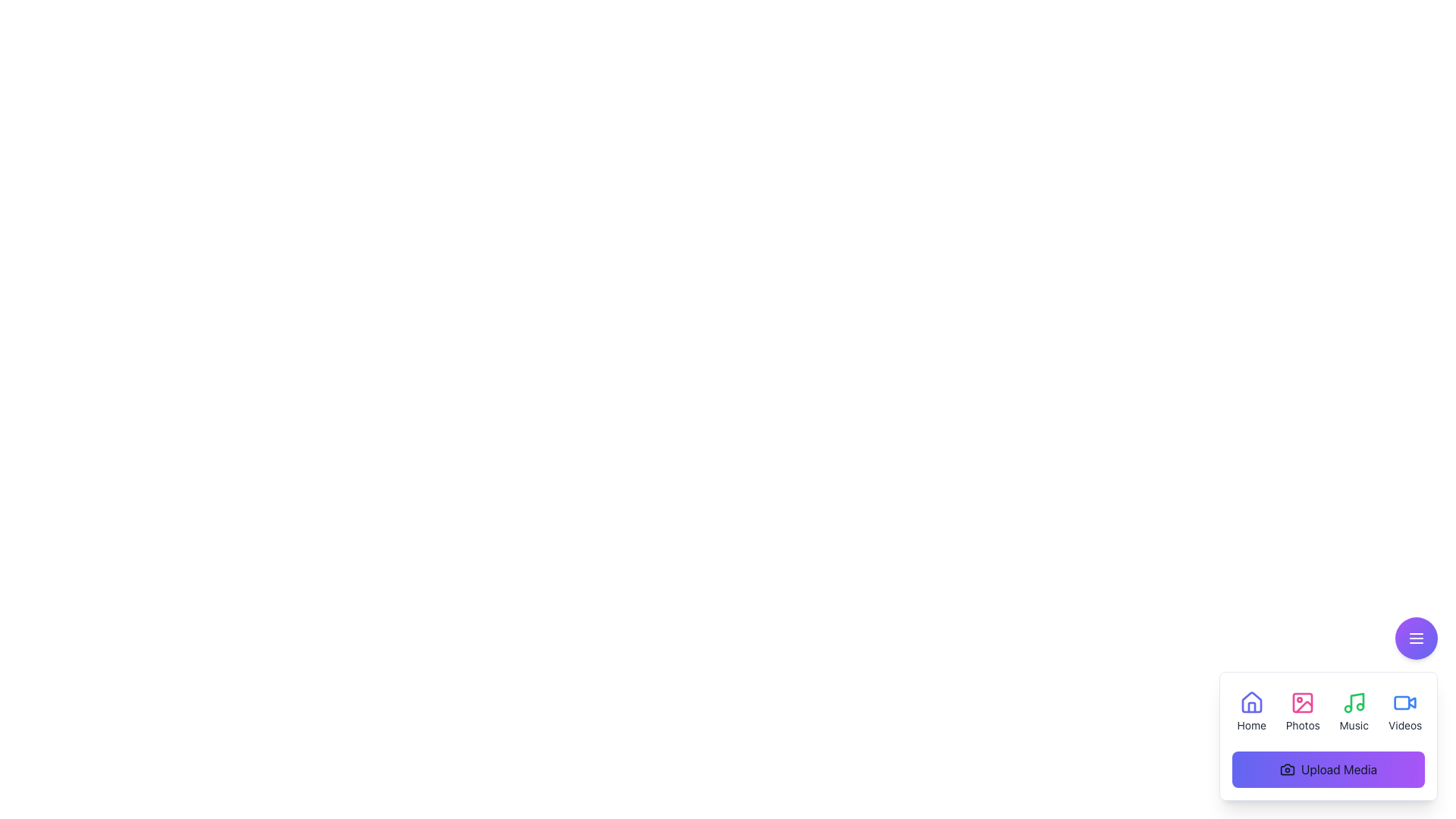 This screenshot has height=819, width=1456. I want to click on the pink rounded rectangle icon located in the lower right corner of the interface, which is part of the SVG image icon and positioned to the right of the 'Photos' tab, so click(1302, 702).